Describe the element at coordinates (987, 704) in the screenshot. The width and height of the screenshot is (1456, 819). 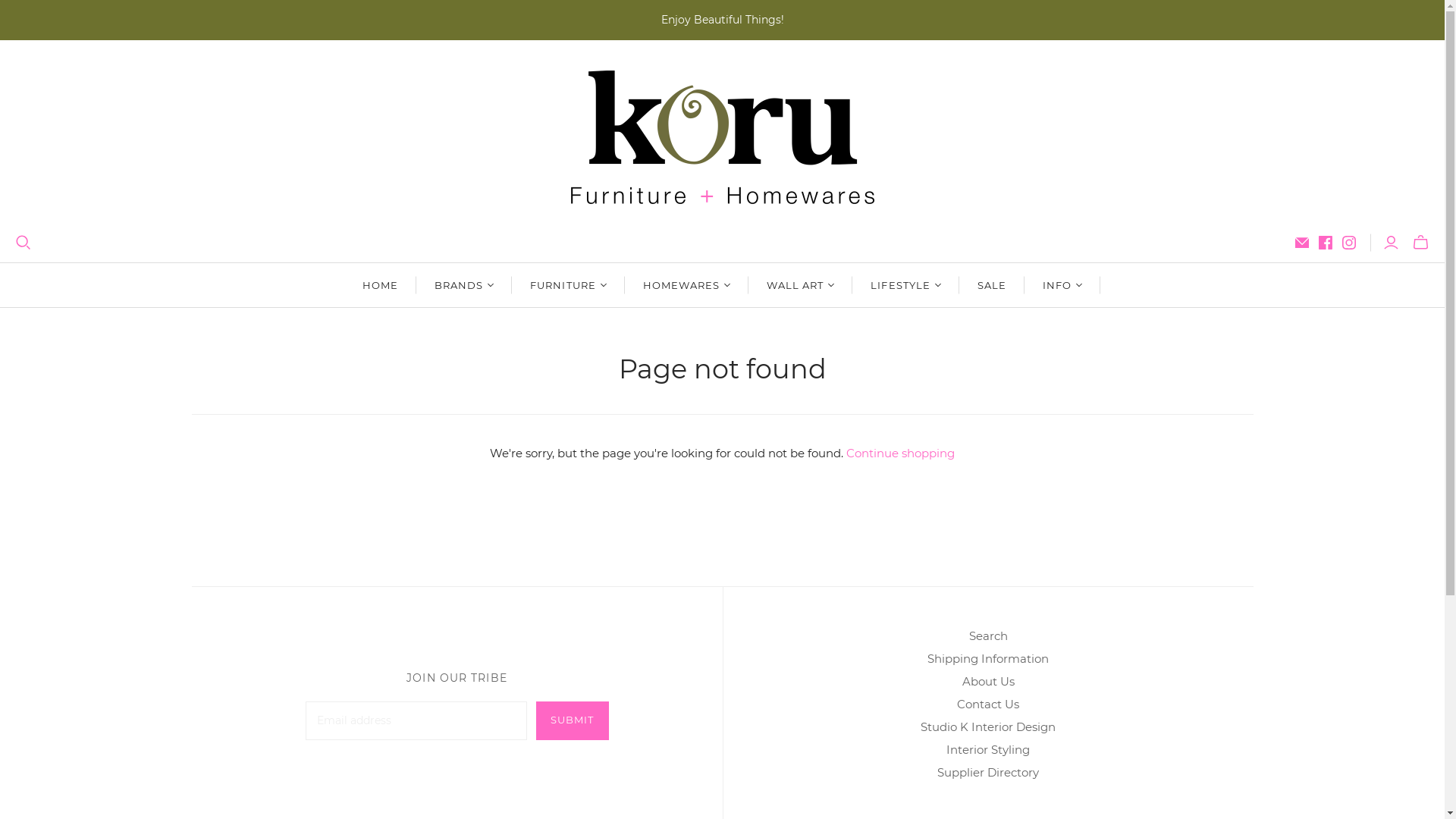
I see `'Contact Us'` at that location.